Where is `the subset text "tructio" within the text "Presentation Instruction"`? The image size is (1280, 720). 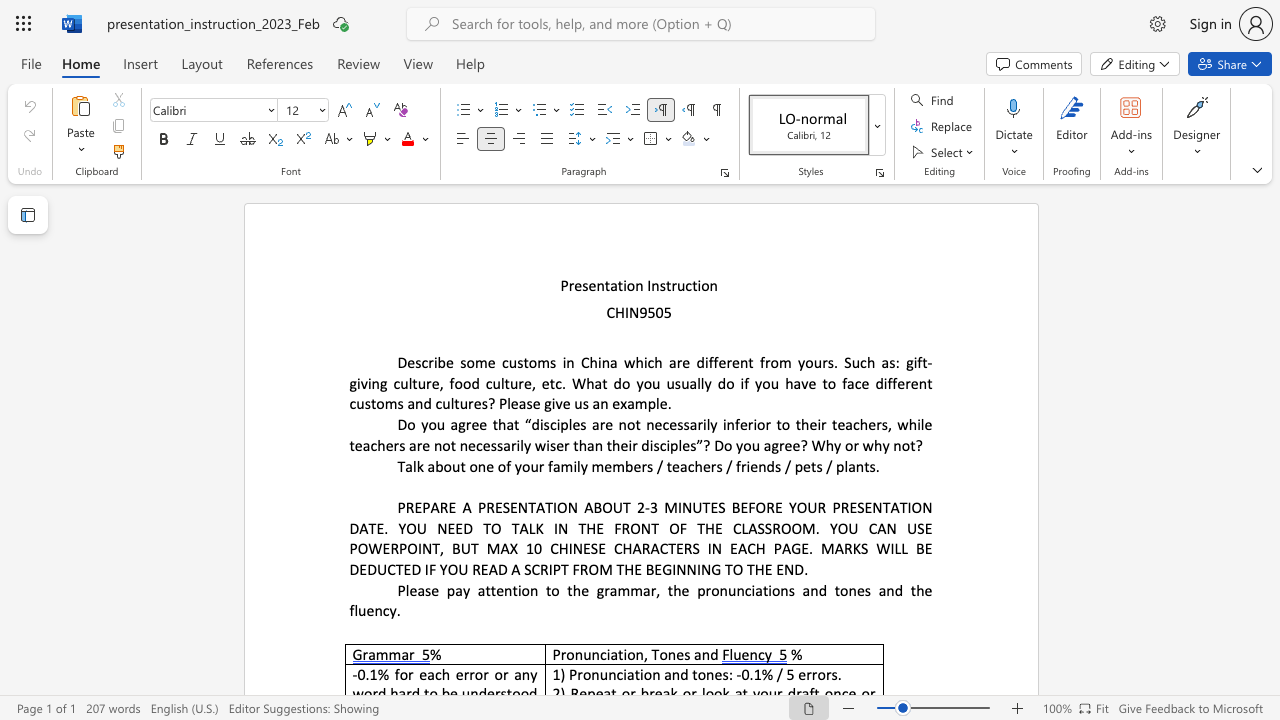 the subset text "tructio" within the text "Presentation Instruction" is located at coordinates (665, 285).